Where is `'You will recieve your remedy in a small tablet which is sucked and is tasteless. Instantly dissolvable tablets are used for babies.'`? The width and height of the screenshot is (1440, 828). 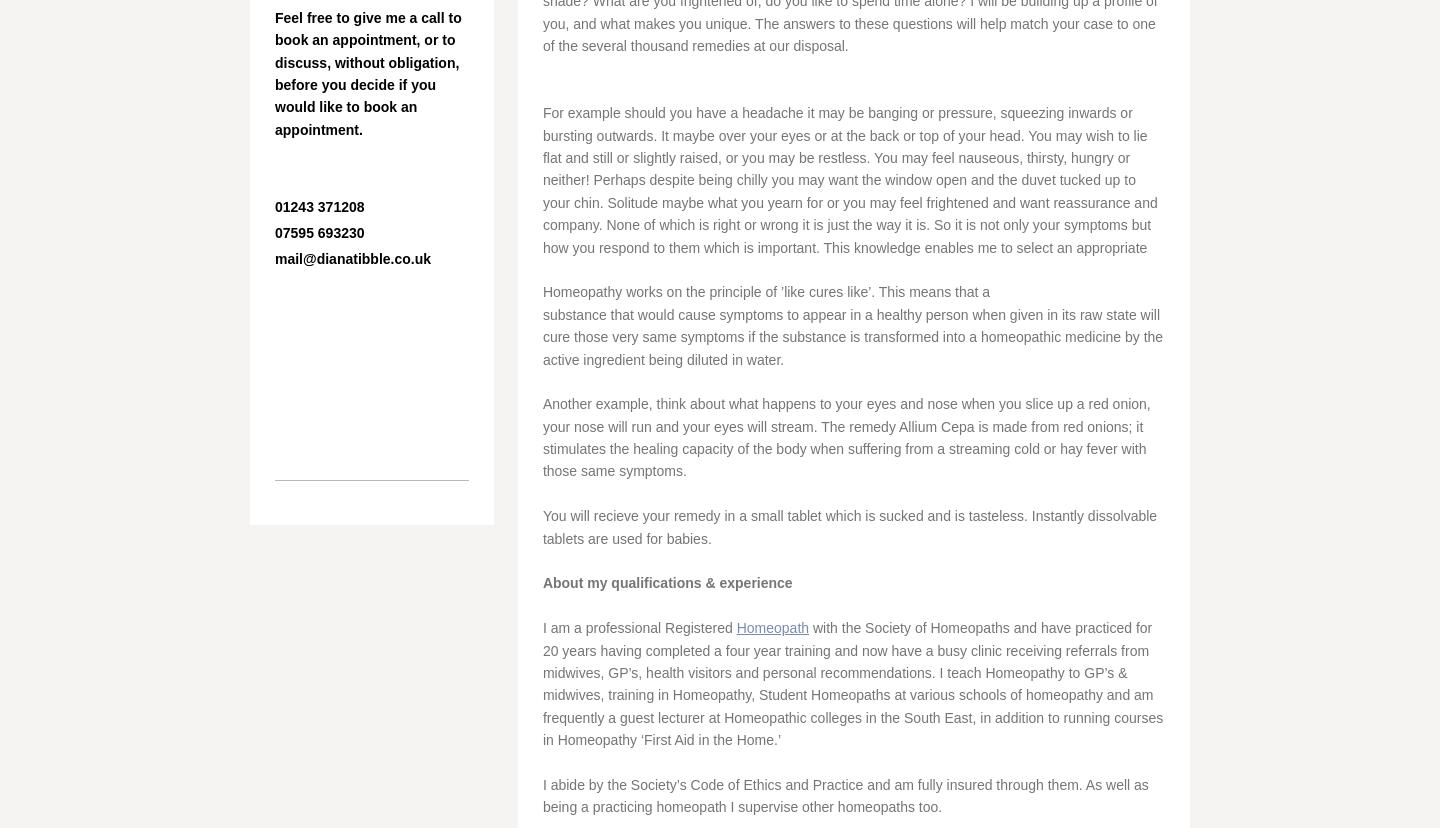 'You will recieve your remedy in a small tablet which is sucked and is tasteless. Instantly dissolvable tablets are used for babies.' is located at coordinates (848, 526).